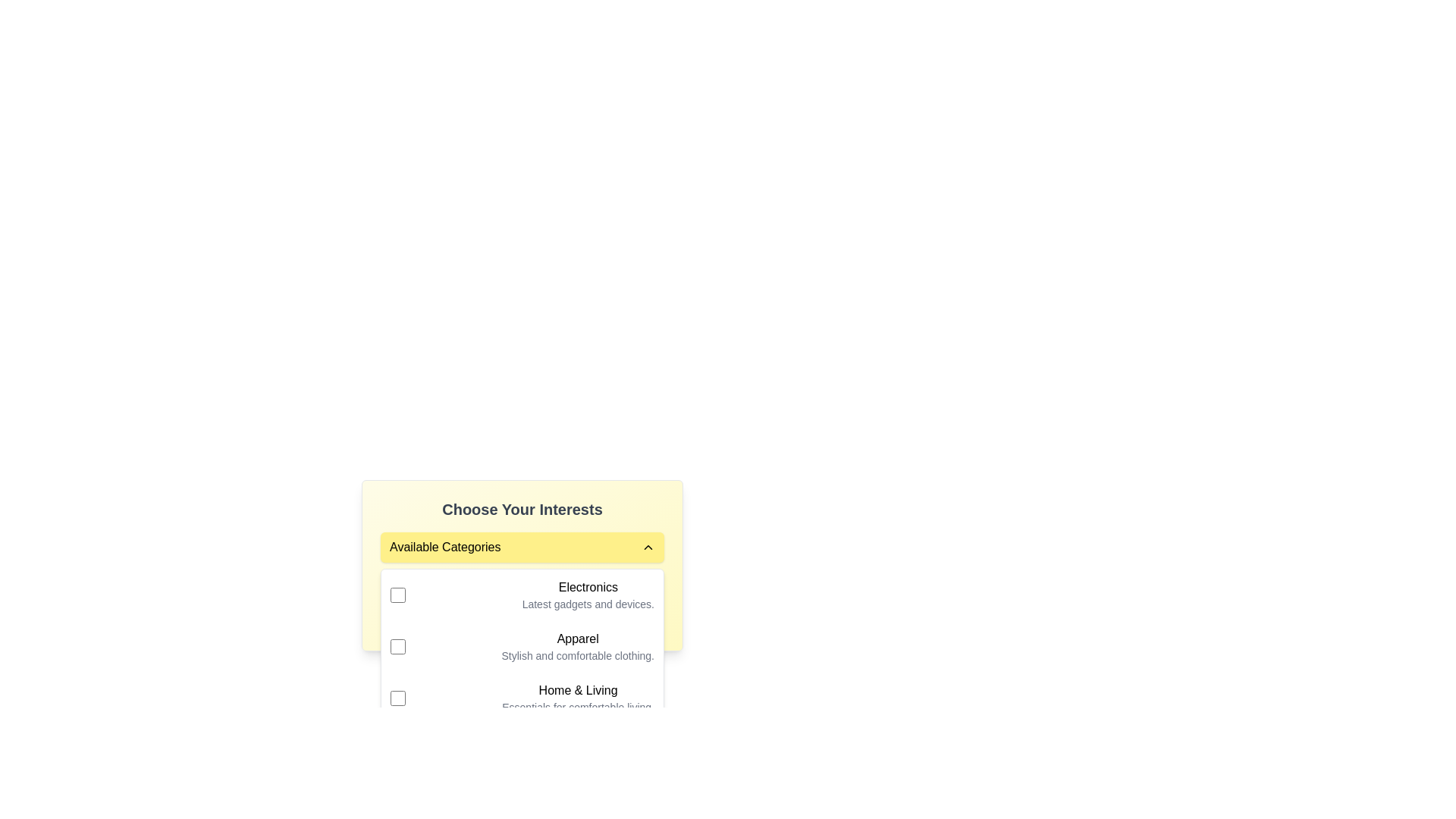 This screenshot has height=819, width=1456. I want to click on the checkbox for the 'Apparel' category located, so click(397, 646).